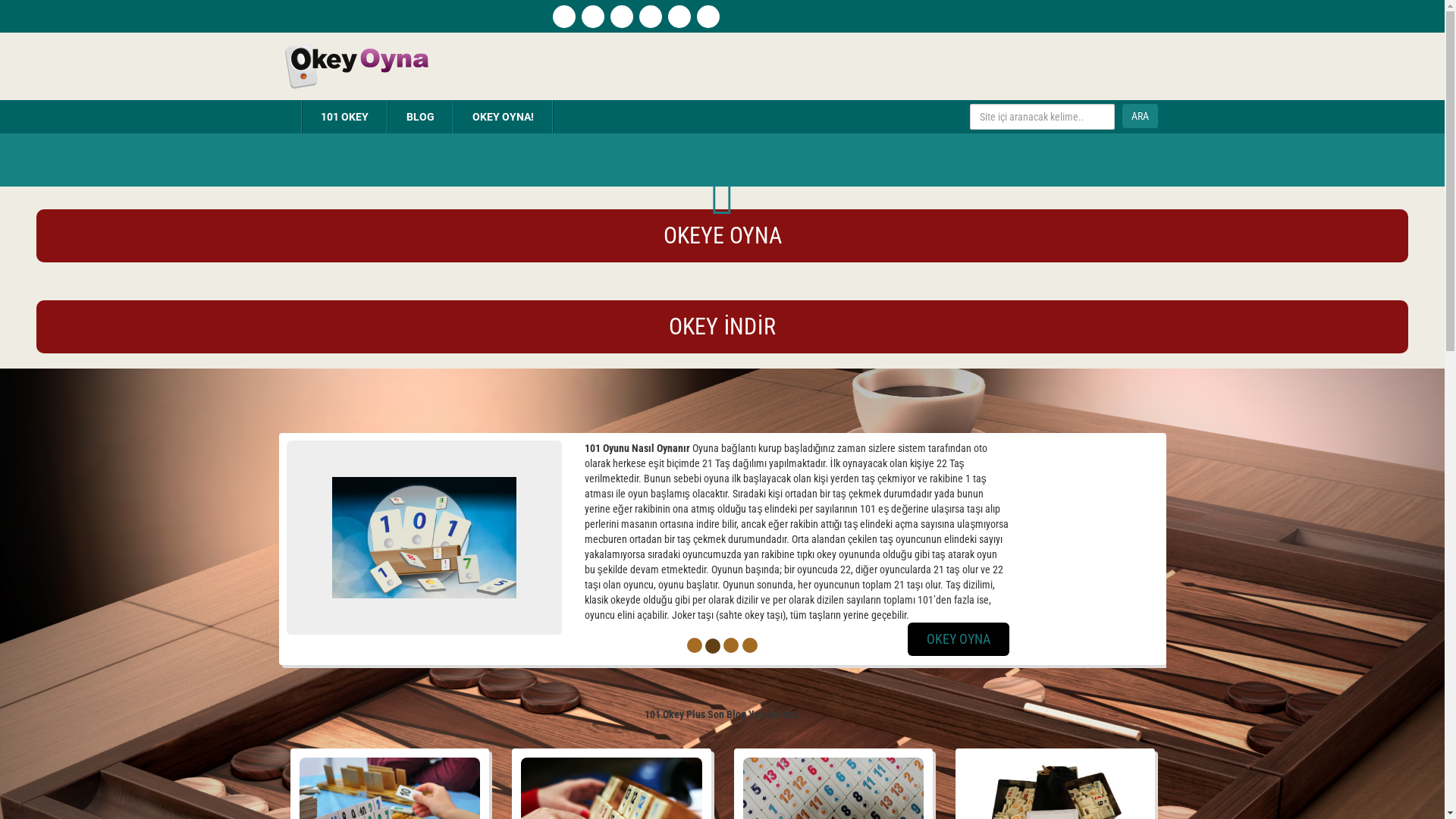  Describe the element at coordinates (354, 64) in the screenshot. I see `'101 Okey Oyna'` at that location.